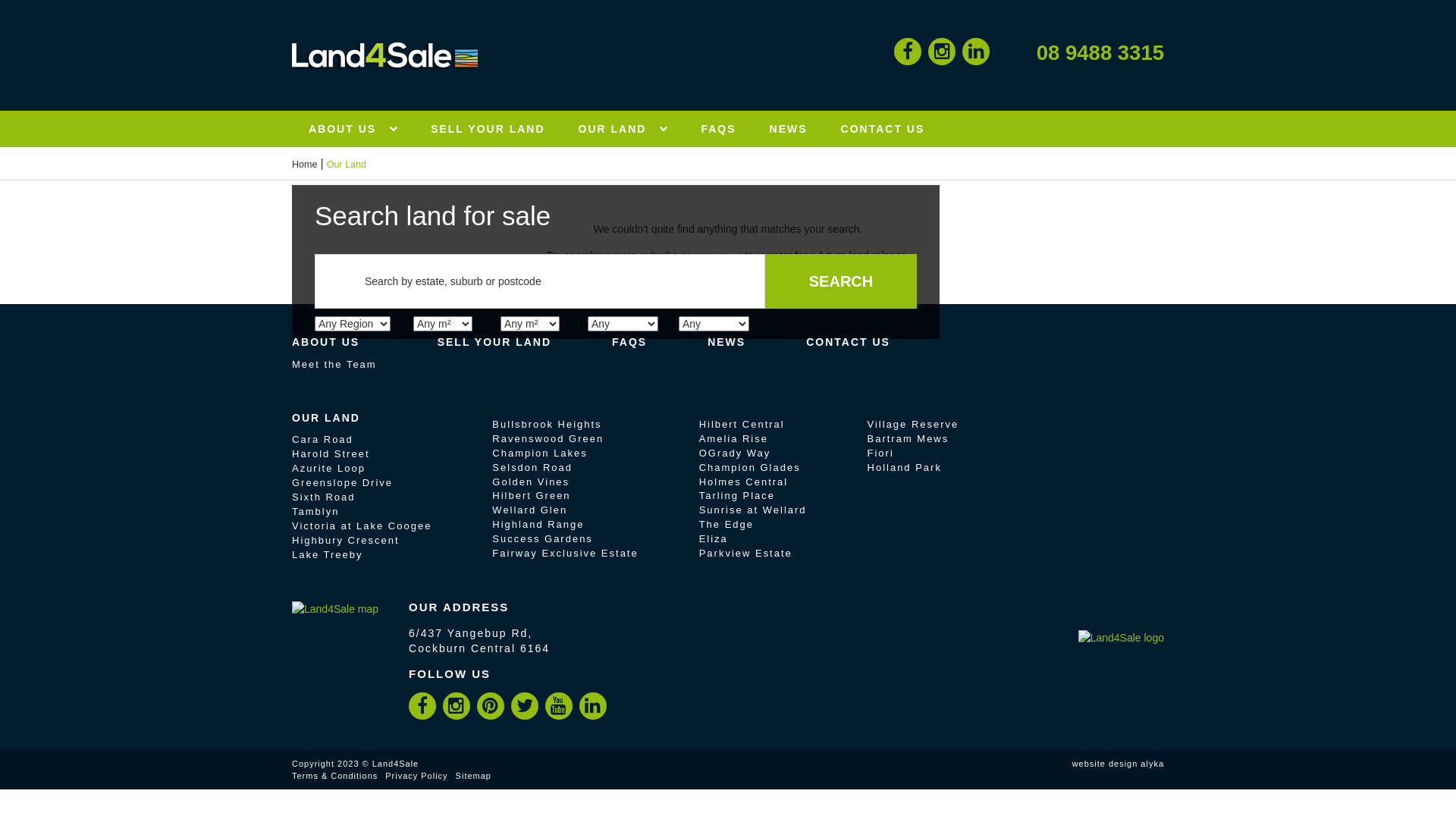  Describe the element at coordinates (753, 510) in the screenshot. I see `'Sunrise at Wellard'` at that location.